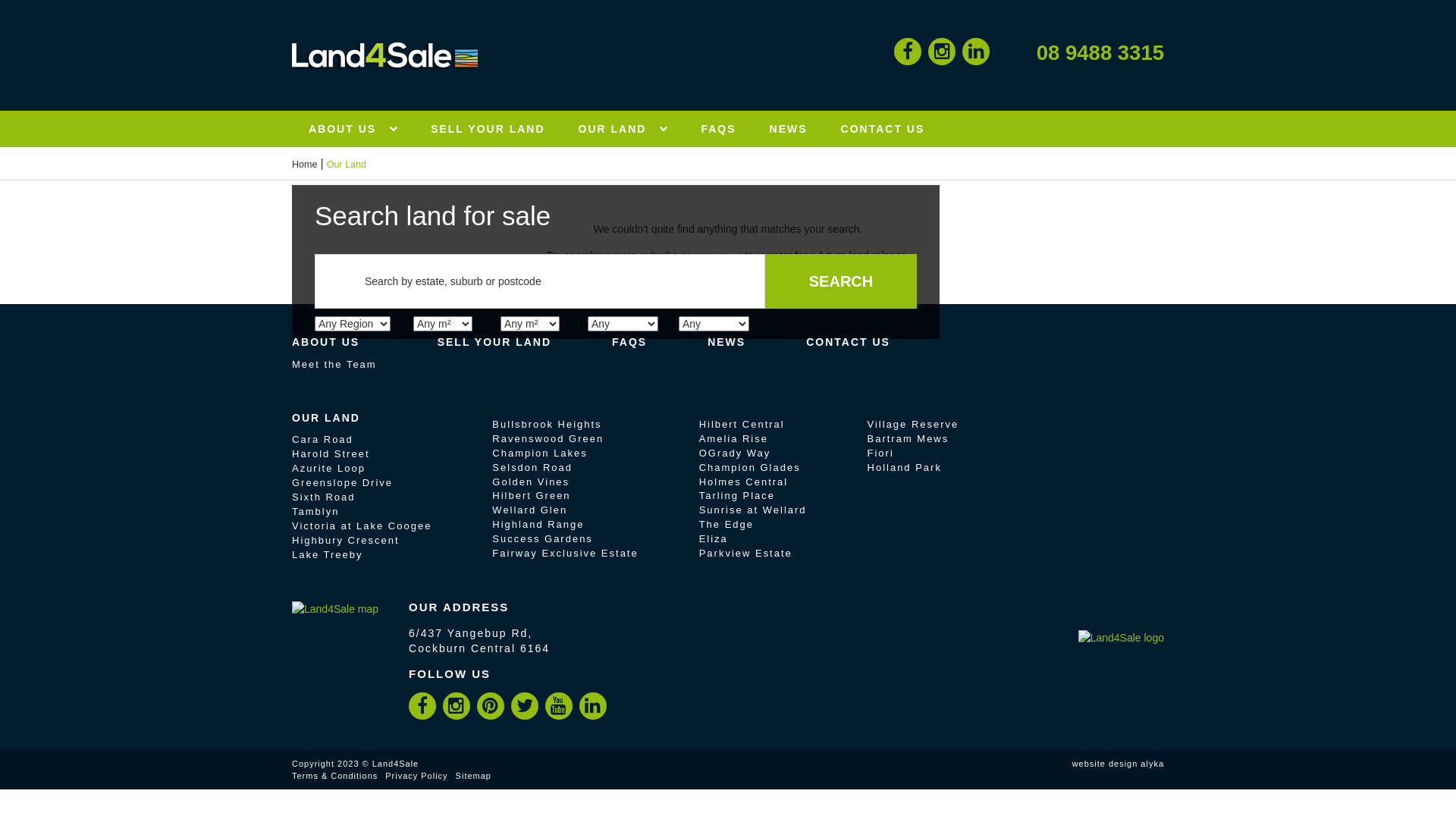  Describe the element at coordinates (753, 510) in the screenshot. I see `'Sunrise at Wellard'` at that location.